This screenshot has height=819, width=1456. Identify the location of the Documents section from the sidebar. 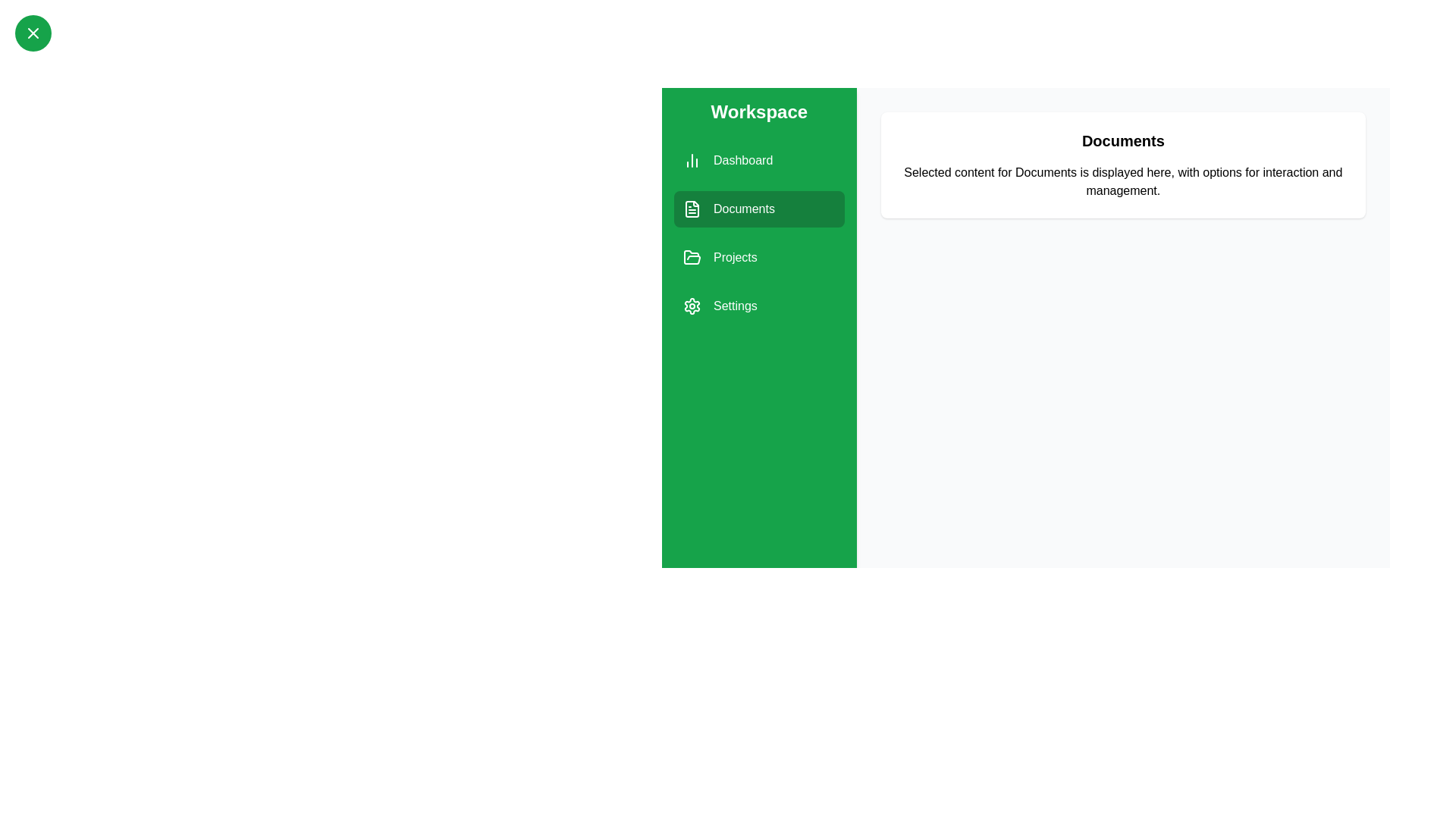
(759, 209).